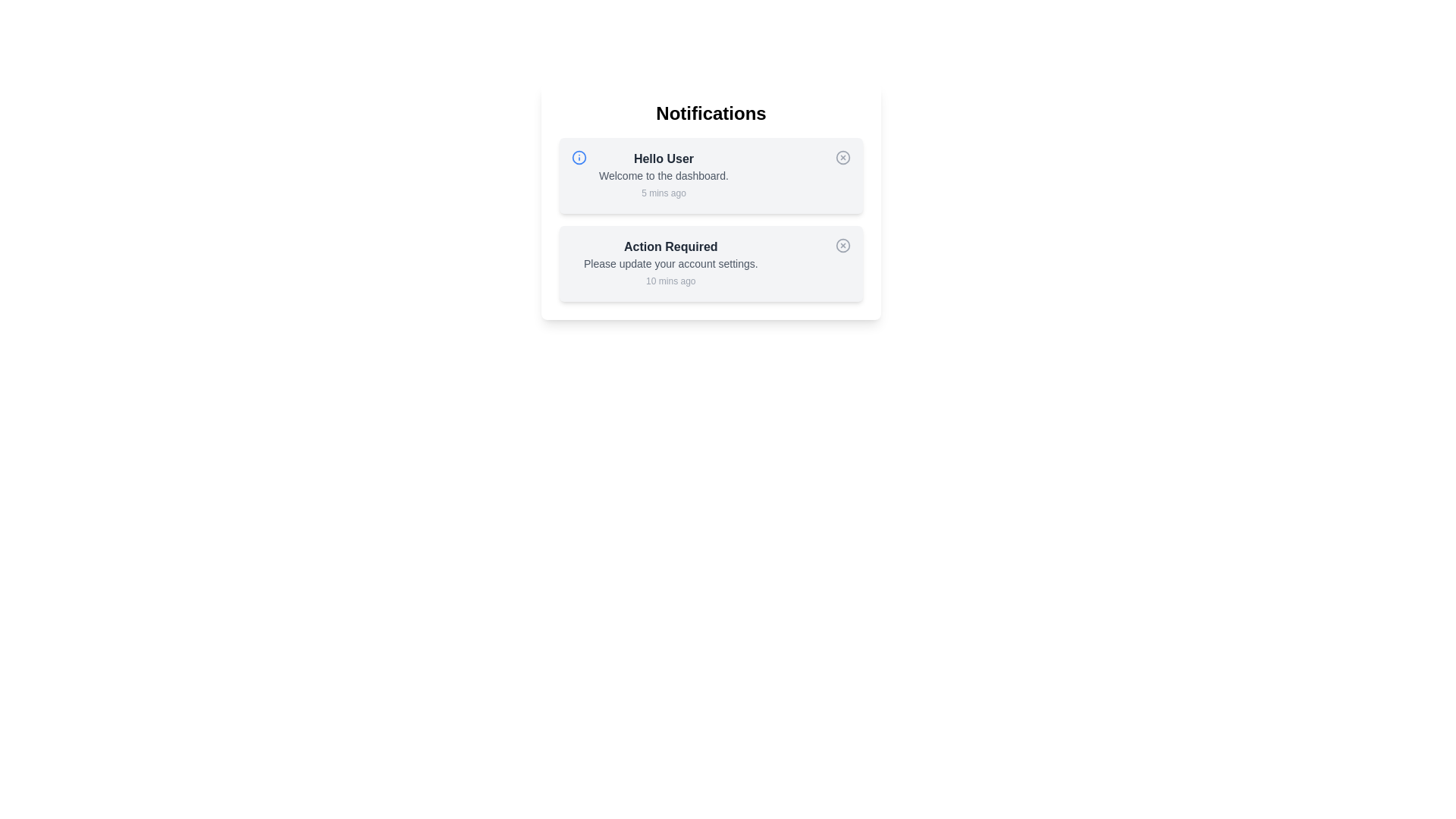  I want to click on the circular dismissal button marked with an 'X', so click(843, 158).